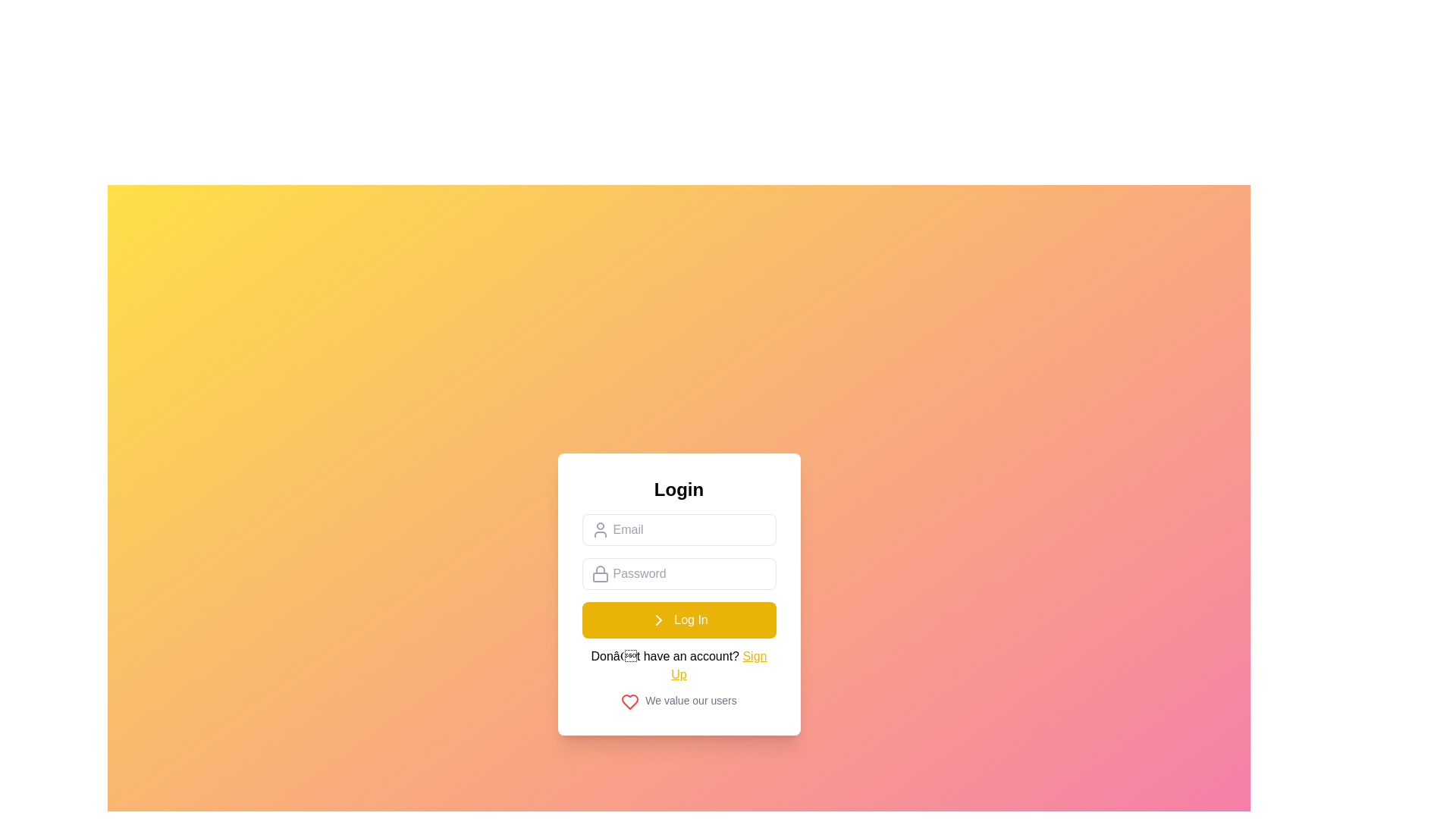 This screenshot has width=1456, height=819. Describe the element at coordinates (659, 620) in the screenshot. I see `the 'Log In' button which contains the SVG graphic icon on its left side to proceed to the next step` at that location.